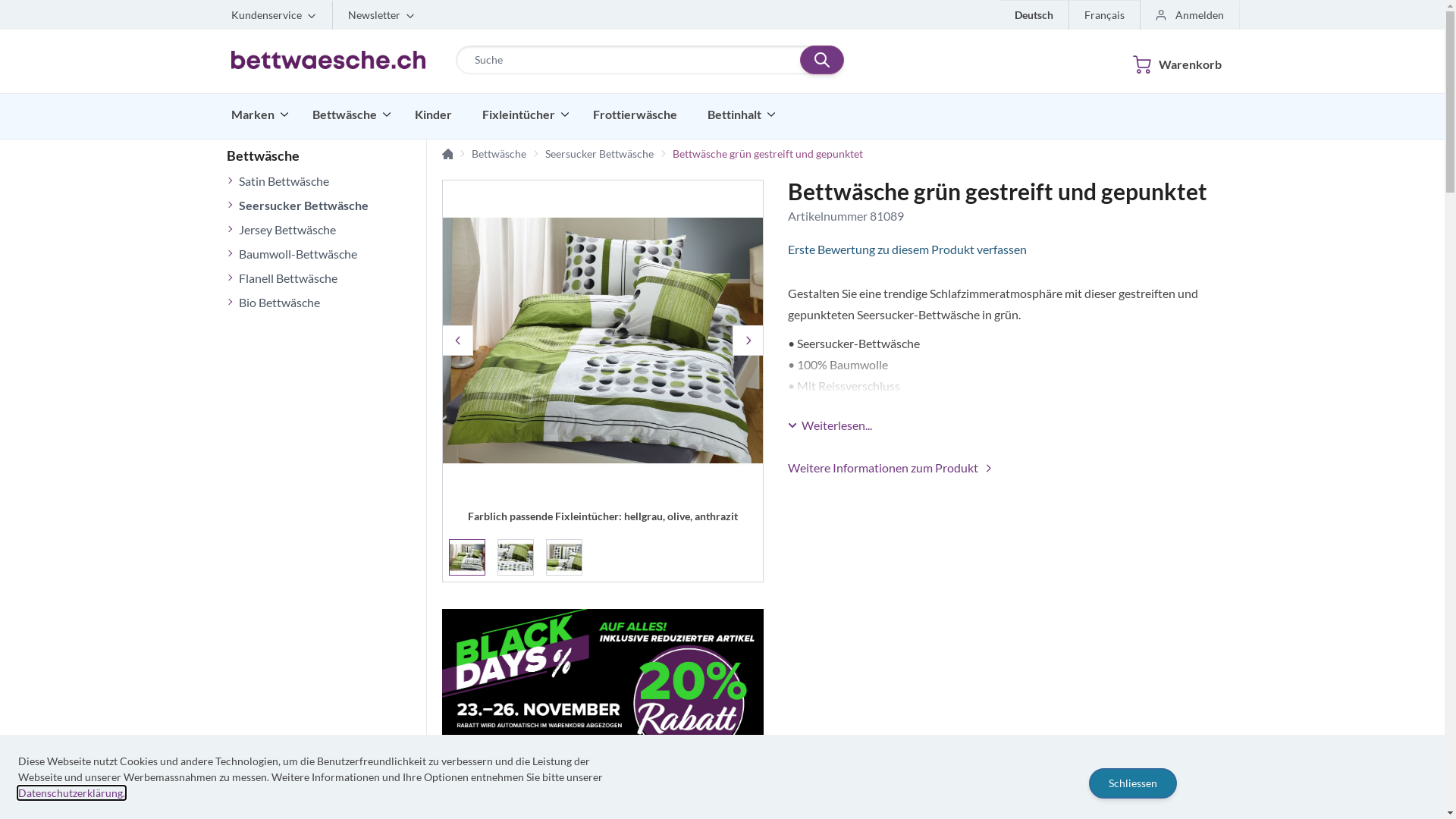 Image resolution: width=1456 pixels, height=819 pixels. Describe the element at coordinates (891, 467) in the screenshot. I see `'Weitere Informationen zum Produkt'` at that location.